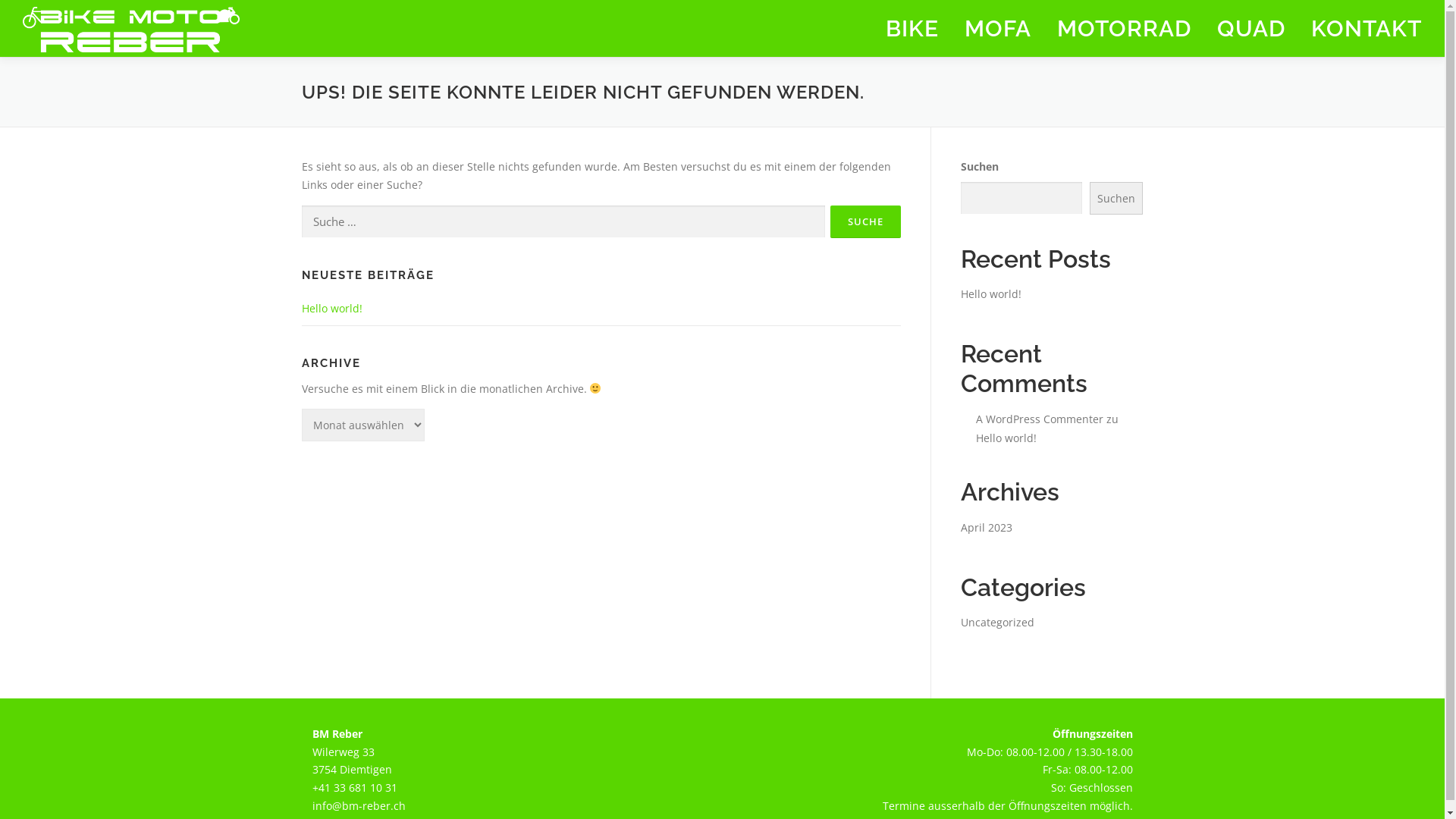 The image size is (1456, 819). I want to click on 'Suche', so click(829, 221).